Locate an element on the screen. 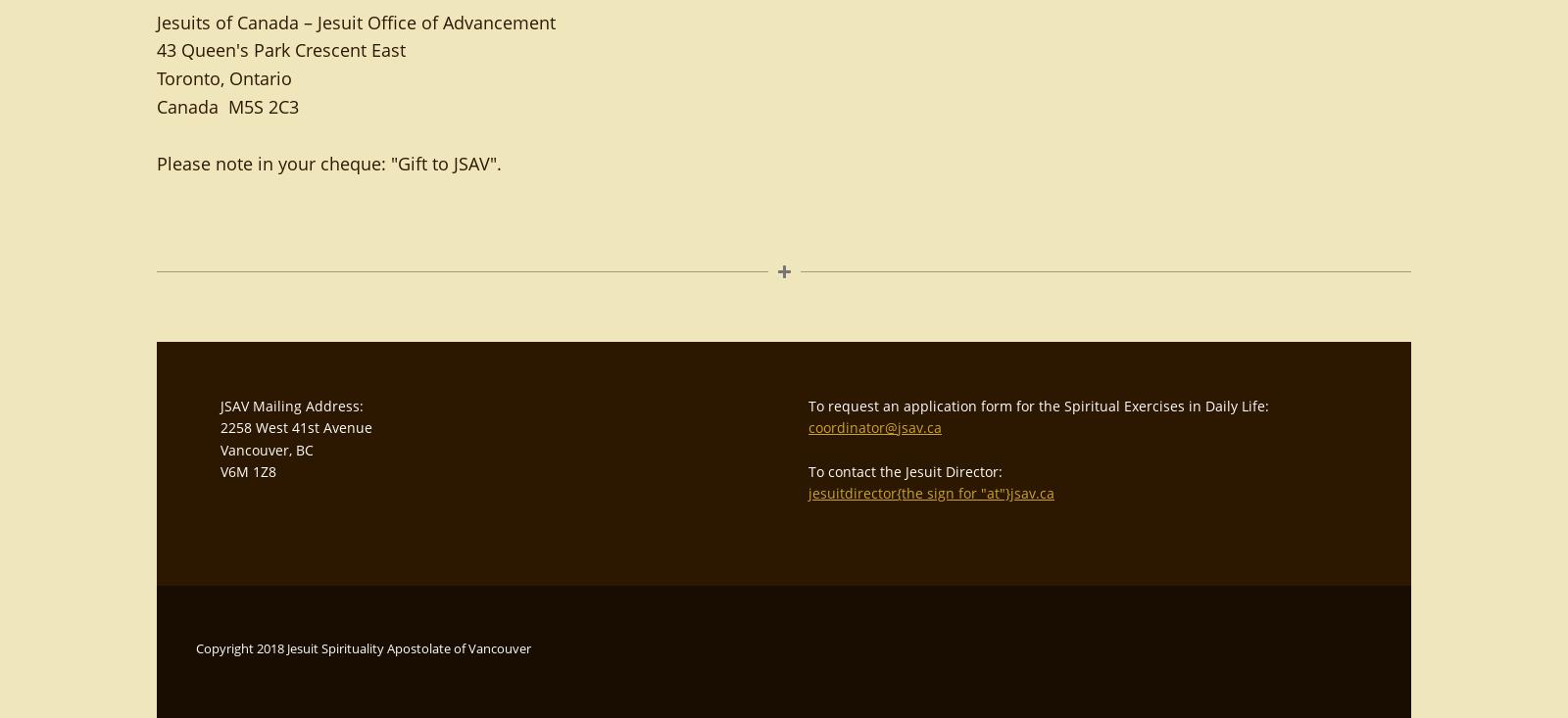 This screenshot has width=1568, height=718. '2258 West 41st Avenue' is located at coordinates (296, 427).